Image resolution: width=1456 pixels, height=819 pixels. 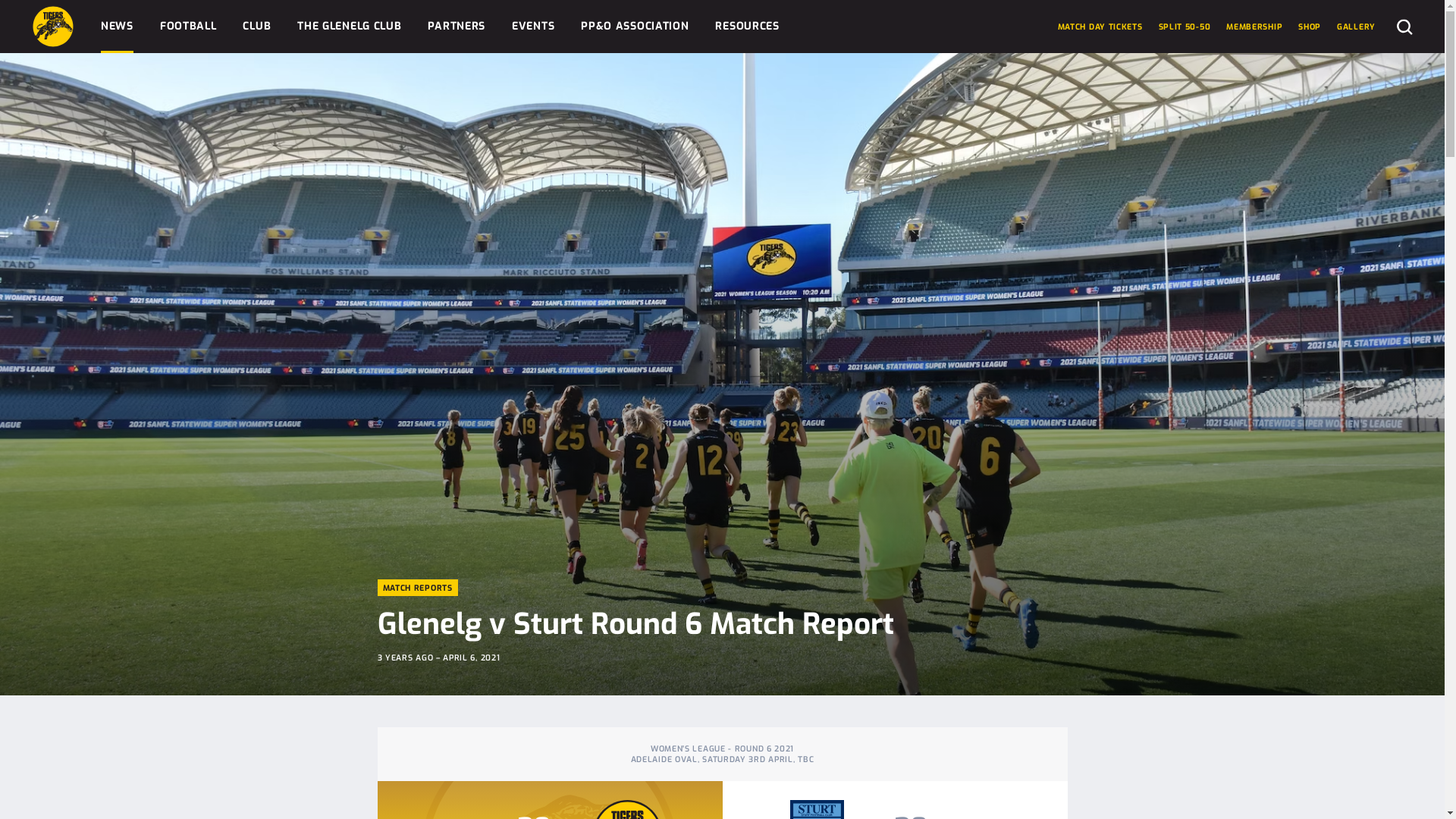 I want to click on 'PP&O ASSOCIATION', so click(x=634, y=26).